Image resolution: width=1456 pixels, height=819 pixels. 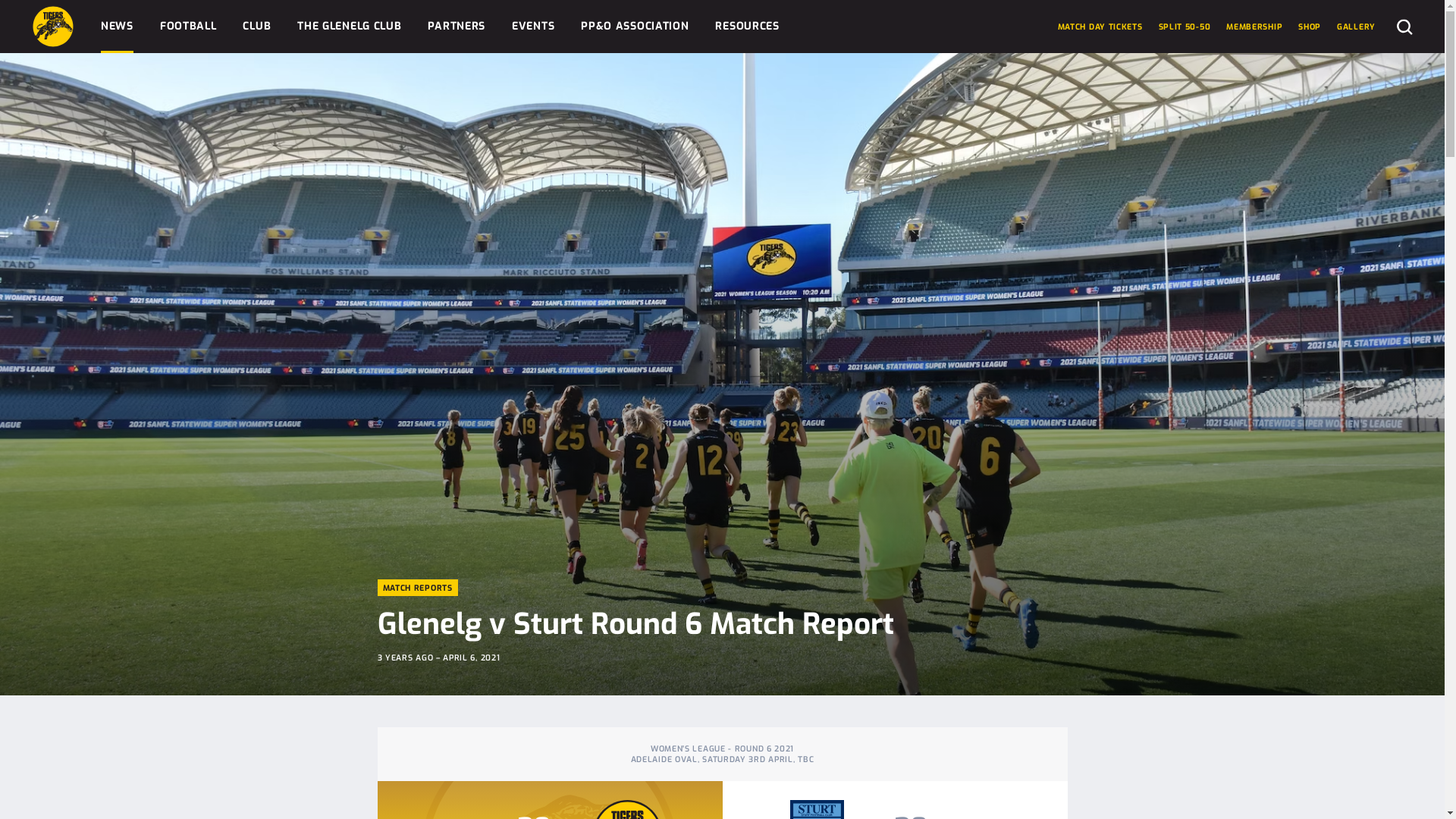 I want to click on 'PP&O ASSOCIATION', so click(x=634, y=26).